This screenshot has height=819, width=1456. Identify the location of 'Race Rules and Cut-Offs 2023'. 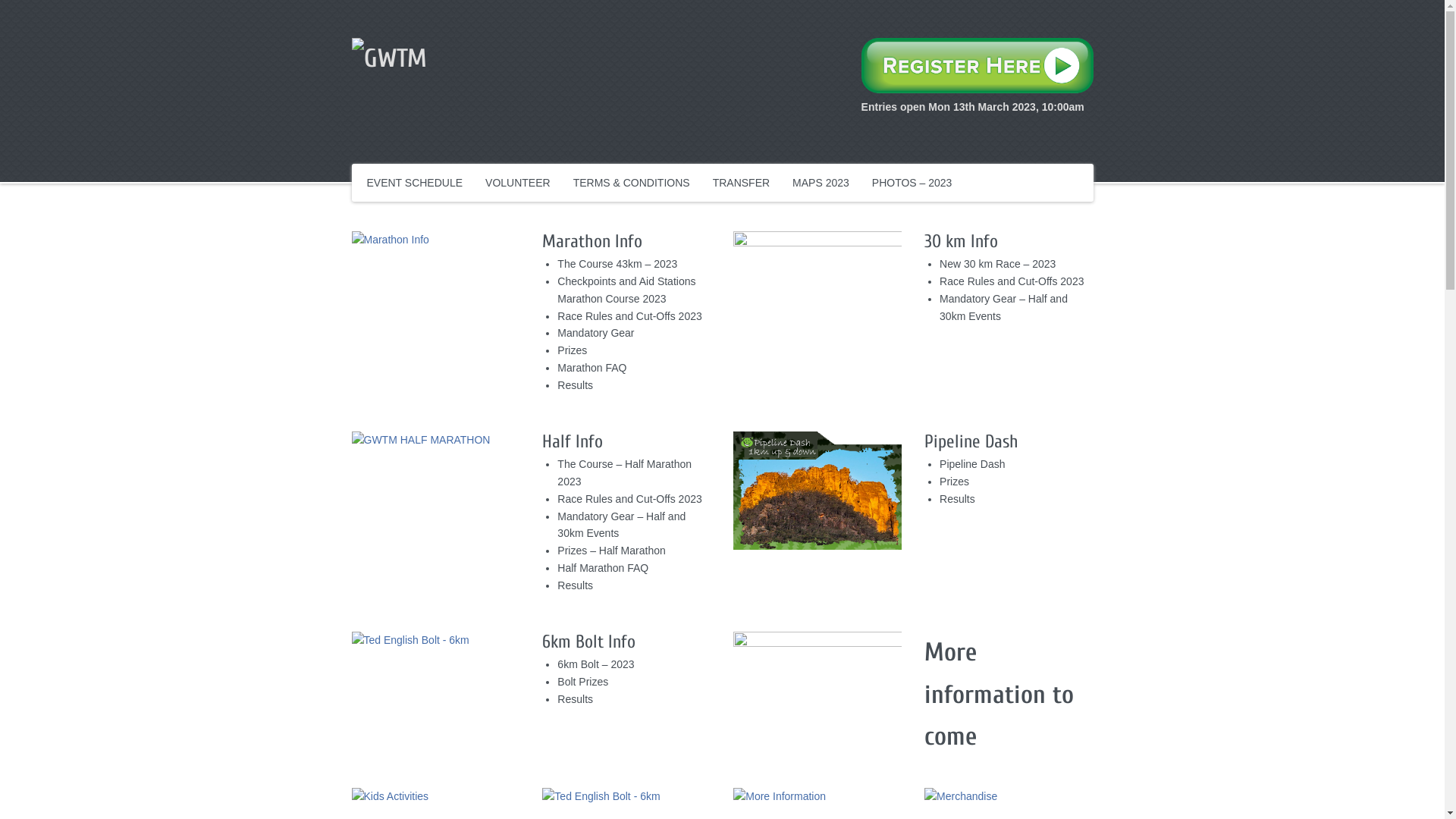
(1012, 281).